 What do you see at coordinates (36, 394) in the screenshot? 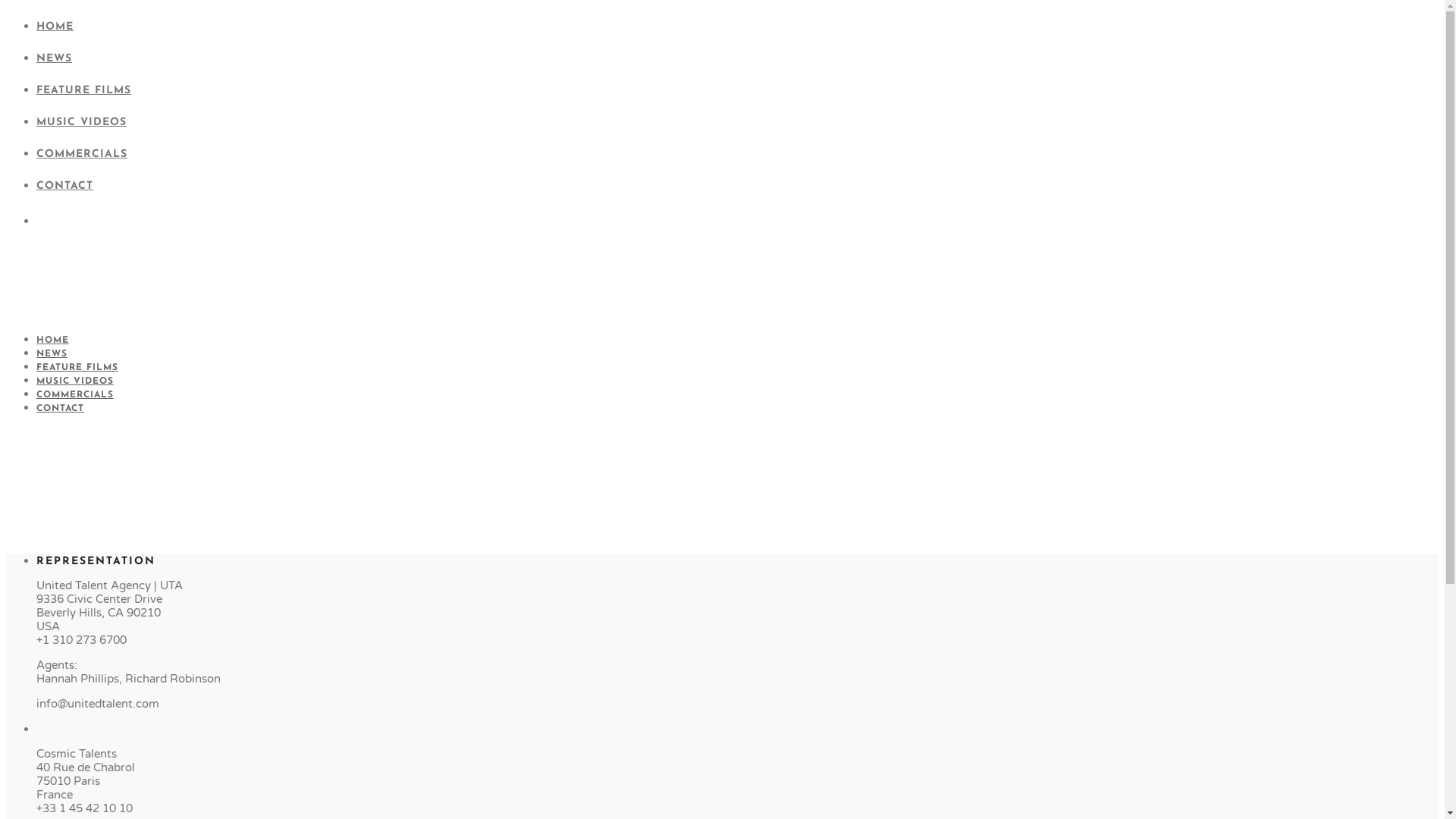
I see `'COMMERCIALS'` at bounding box center [36, 394].